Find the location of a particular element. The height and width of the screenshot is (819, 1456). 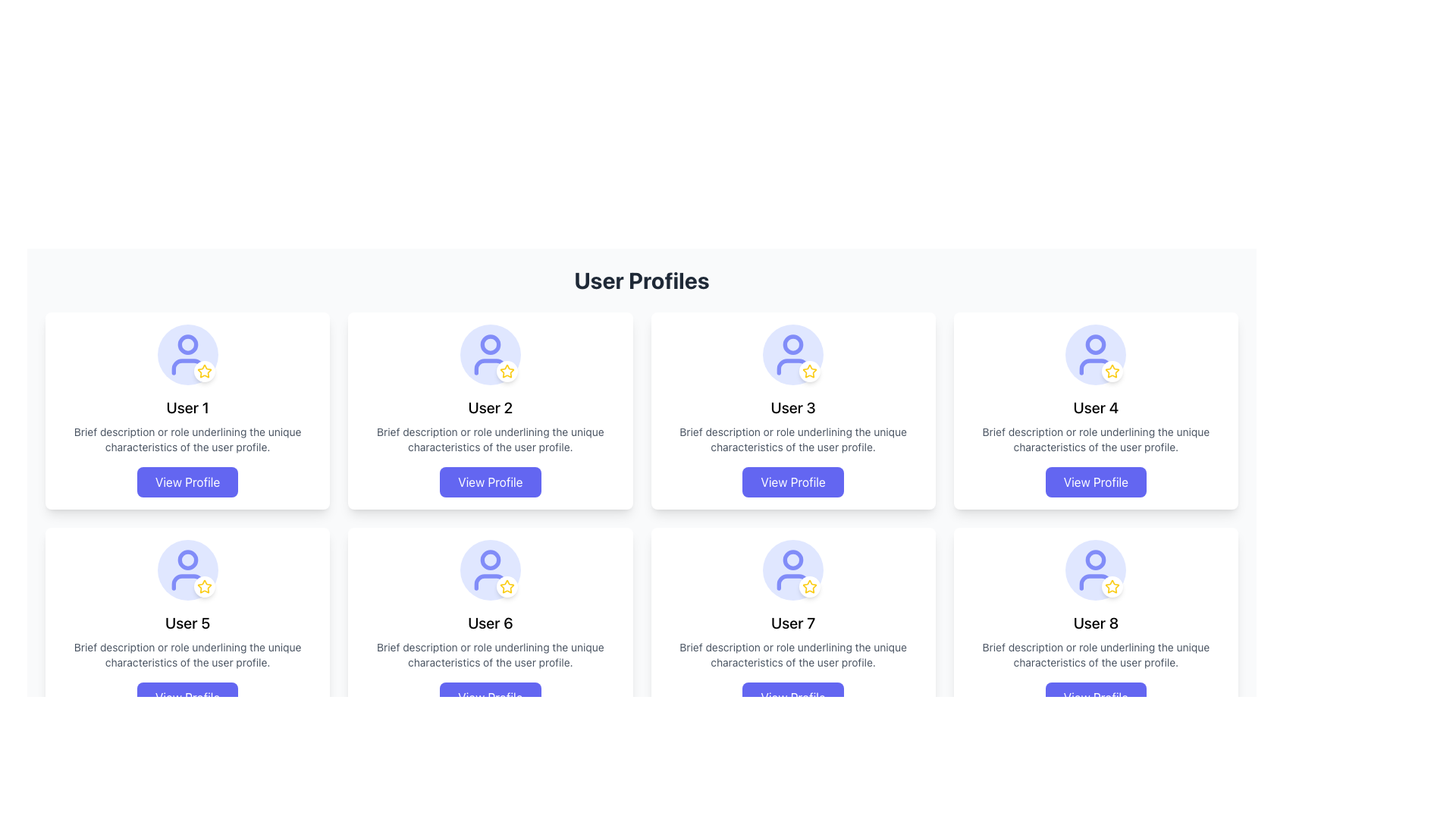

the user profile icon within the 'User 6' card, located in the second row and third column of the layout grid is located at coordinates (490, 570).